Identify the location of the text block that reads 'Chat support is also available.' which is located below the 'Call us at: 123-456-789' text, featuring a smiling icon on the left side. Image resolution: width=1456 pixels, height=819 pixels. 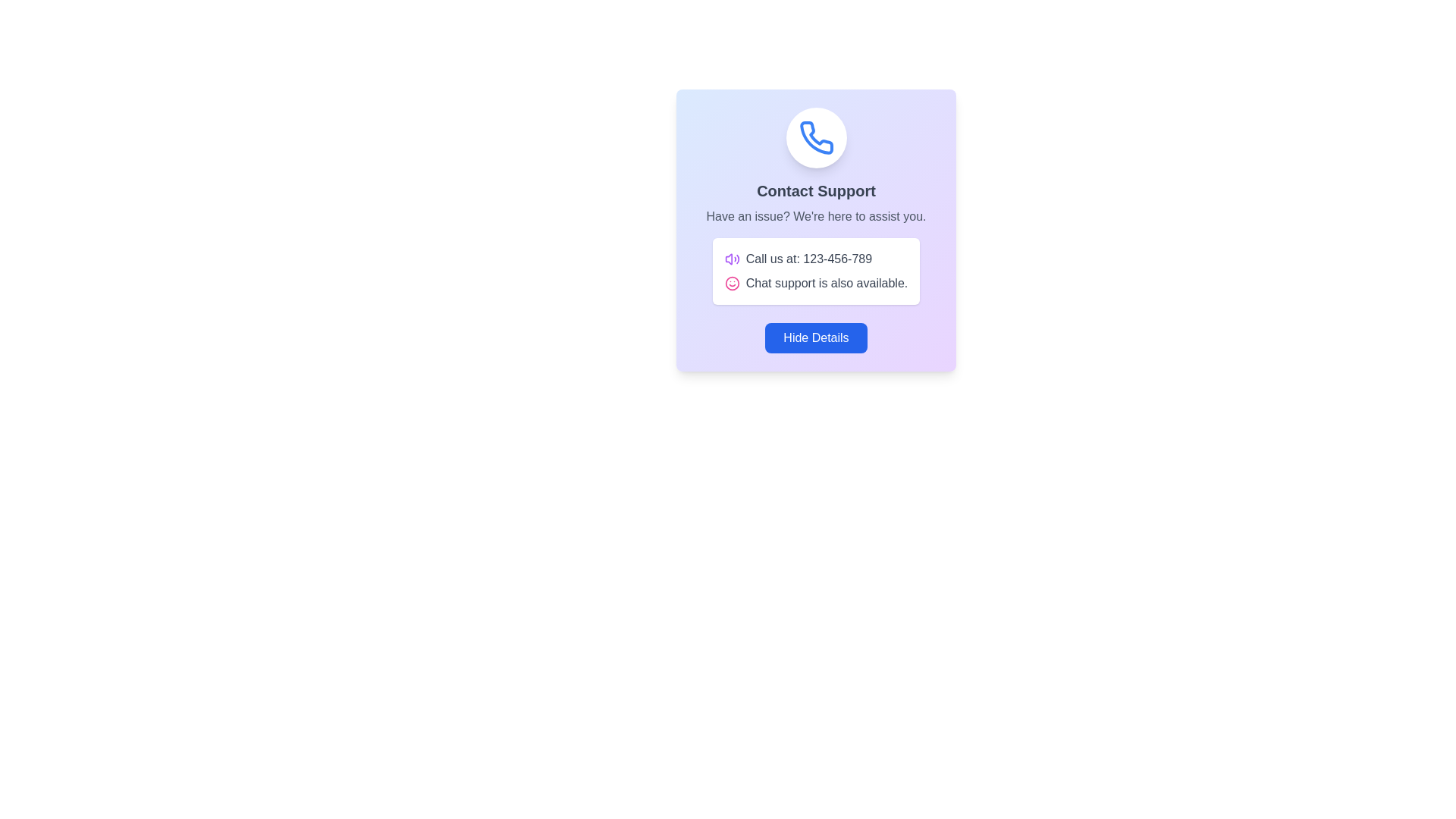
(815, 284).